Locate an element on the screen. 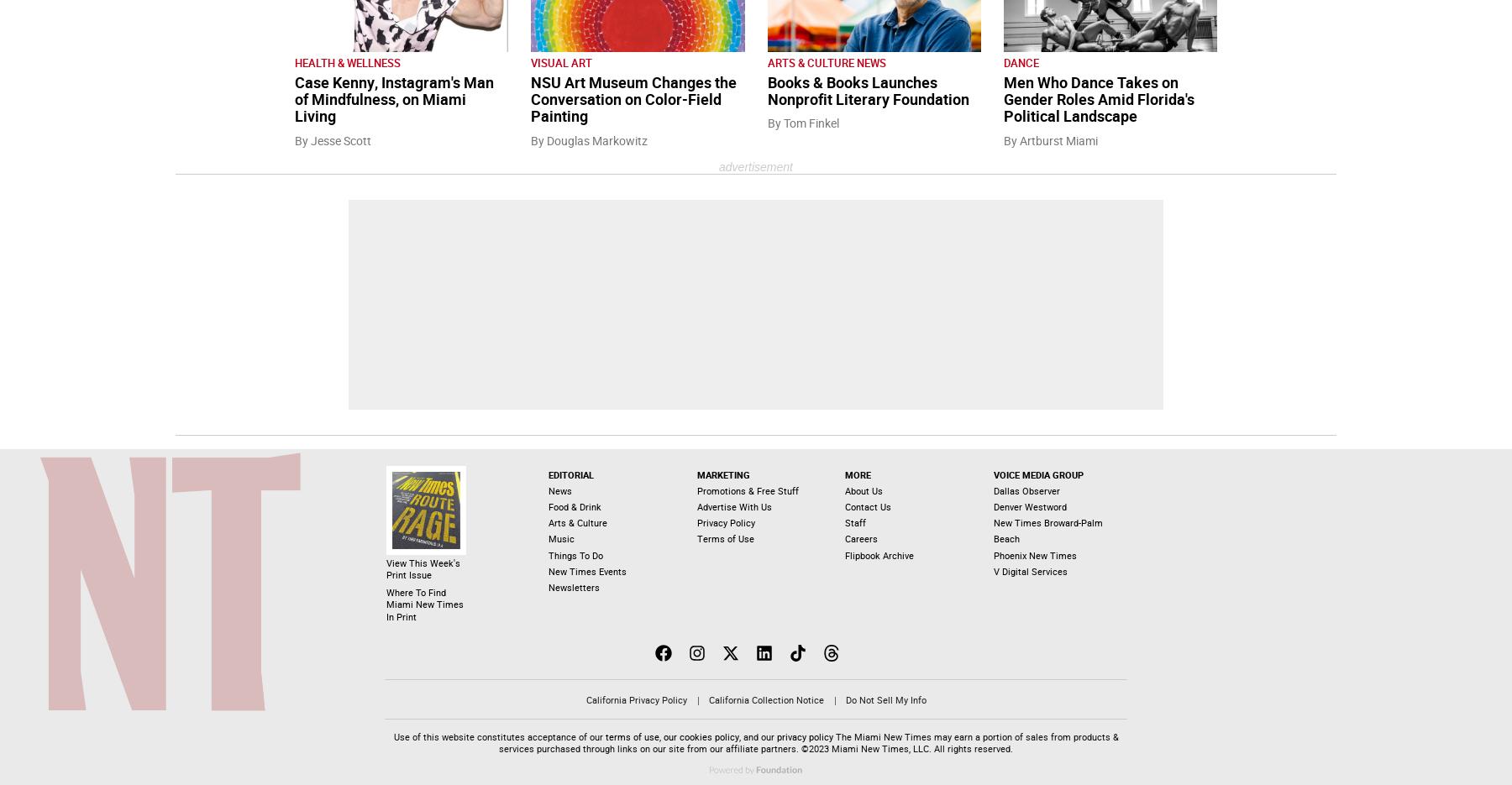 The image size is (1512, 785). 'View This Week's Print Issue' is located at coordinates (423, 568).